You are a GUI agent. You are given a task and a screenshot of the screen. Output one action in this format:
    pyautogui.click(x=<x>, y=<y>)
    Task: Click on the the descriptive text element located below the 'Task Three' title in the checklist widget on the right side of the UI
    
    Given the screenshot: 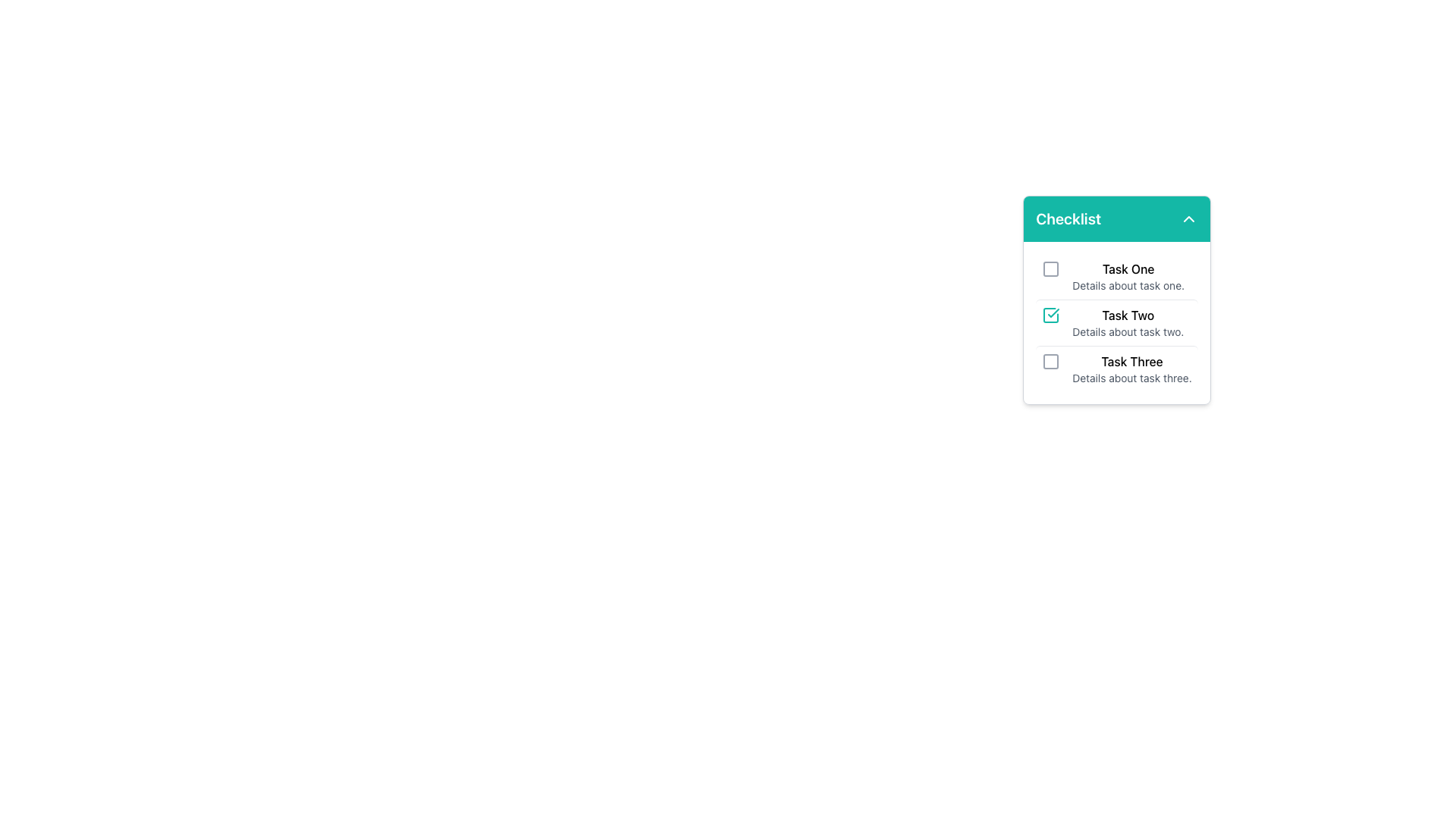 What is the action you would take?
    pyautogui.click(x=1131, y=377)
    